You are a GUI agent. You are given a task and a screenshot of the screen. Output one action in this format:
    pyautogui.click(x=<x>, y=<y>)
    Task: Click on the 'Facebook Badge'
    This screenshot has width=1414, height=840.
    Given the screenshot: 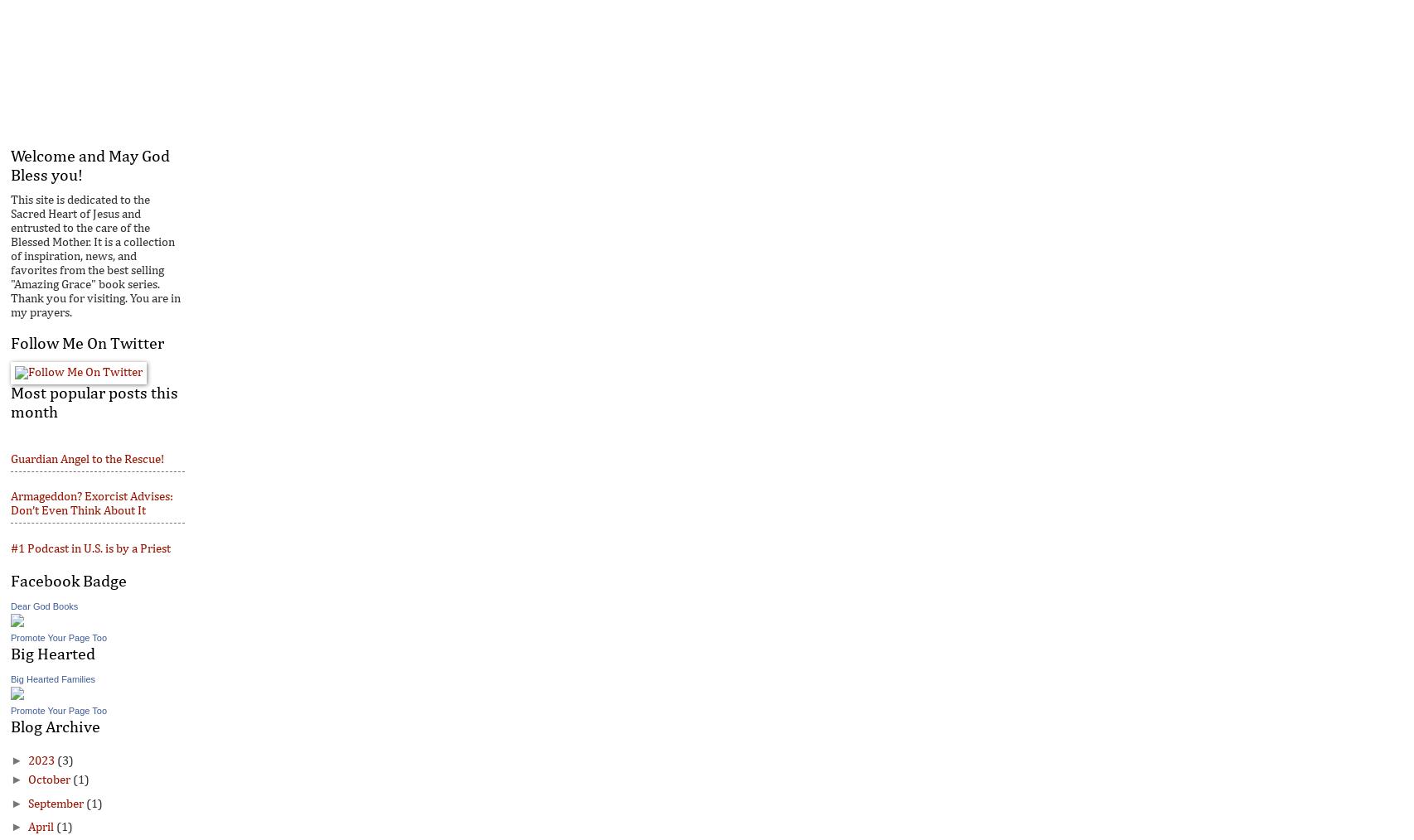 What is the action you would take?
    pyautogui.click(x=69, y=580)
    